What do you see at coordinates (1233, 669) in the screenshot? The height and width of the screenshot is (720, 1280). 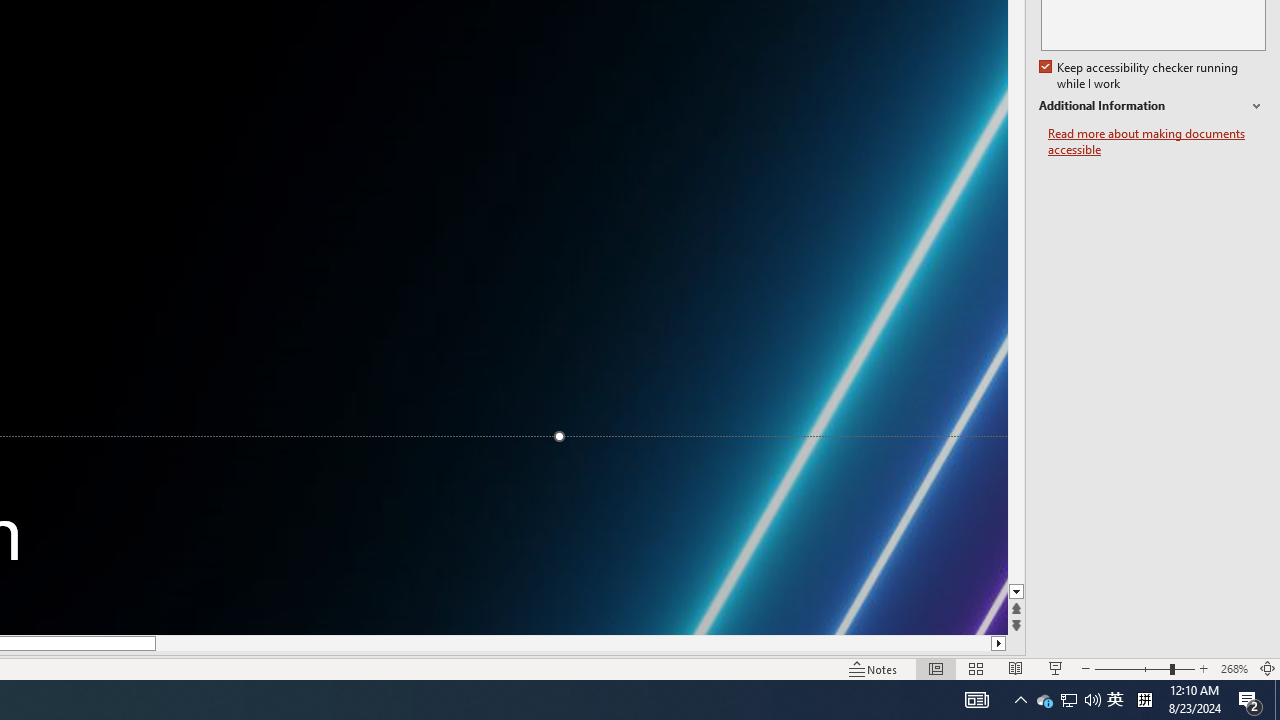 I see `'Zoom 268%'` at bounding box center [1233, 669].